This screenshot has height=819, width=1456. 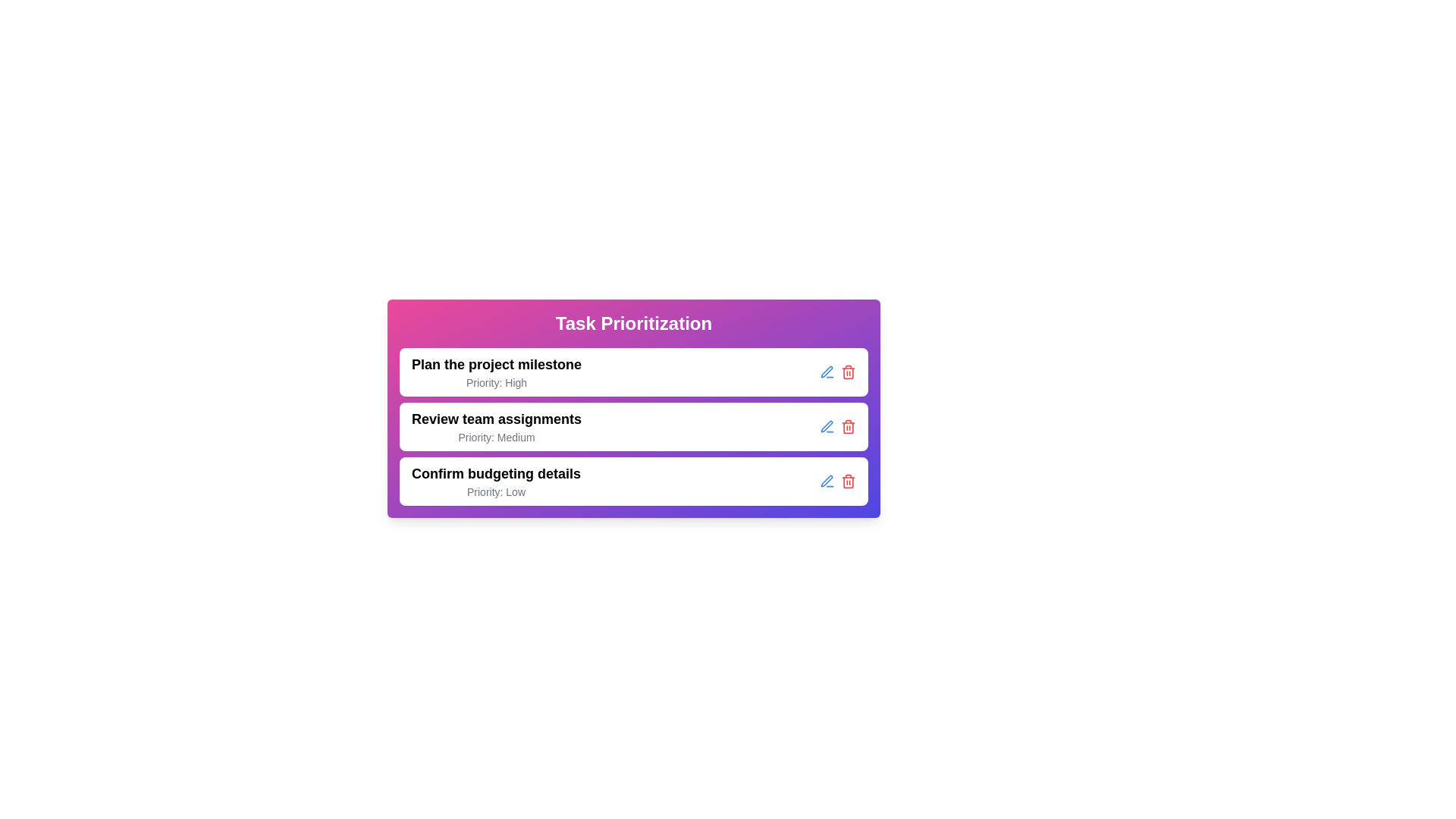 What do you see at coordinates (496, 482) in the screenshot?
I see `the Text Label that says 'Confirm budgeting details' with a priority of 'Low', which is styled in a rectangular, white button-like structure located under the header 'Task Prioritization'` at bounding box center [496, 482].